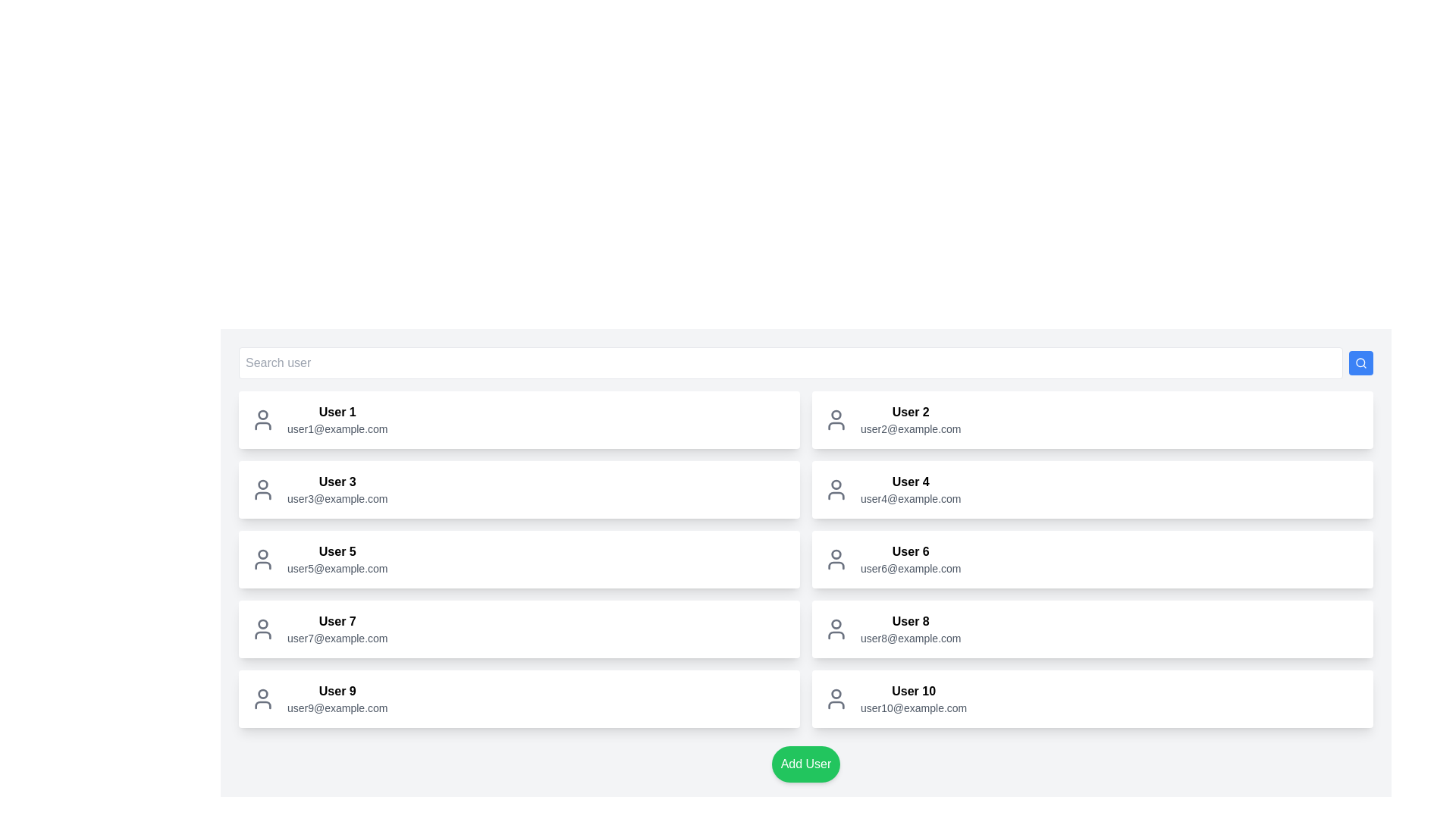 The image size is (1456, 819). Describe the element at coordinates (1361, 362) in the screenshot. I see `the blue search button with a magnifying glass icon, located` at that location.